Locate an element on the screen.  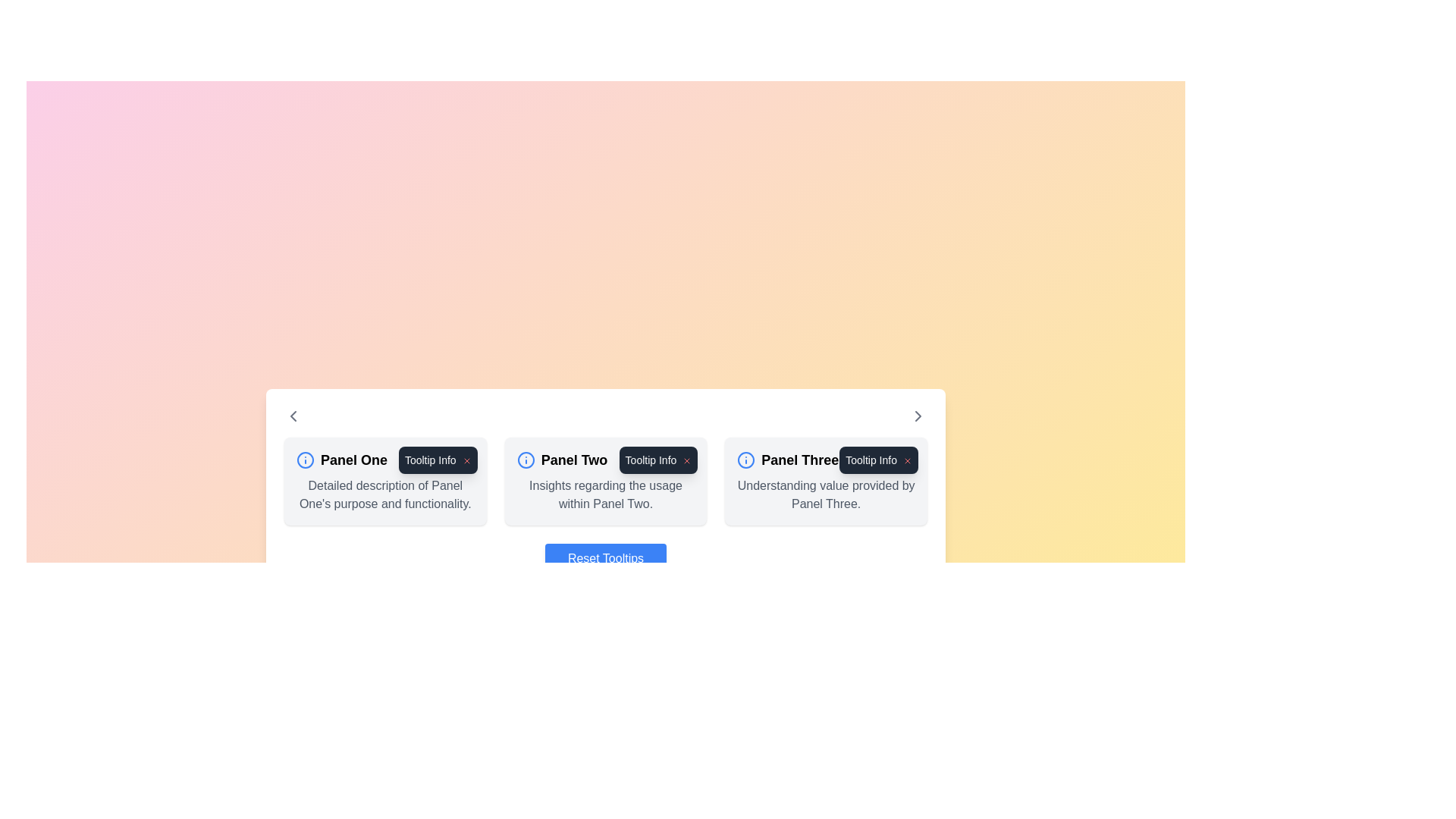
the right-pointing chevron SVG graphic, which serves as a navigation cue for the 'Next' button is located at coordinates (917, 416).